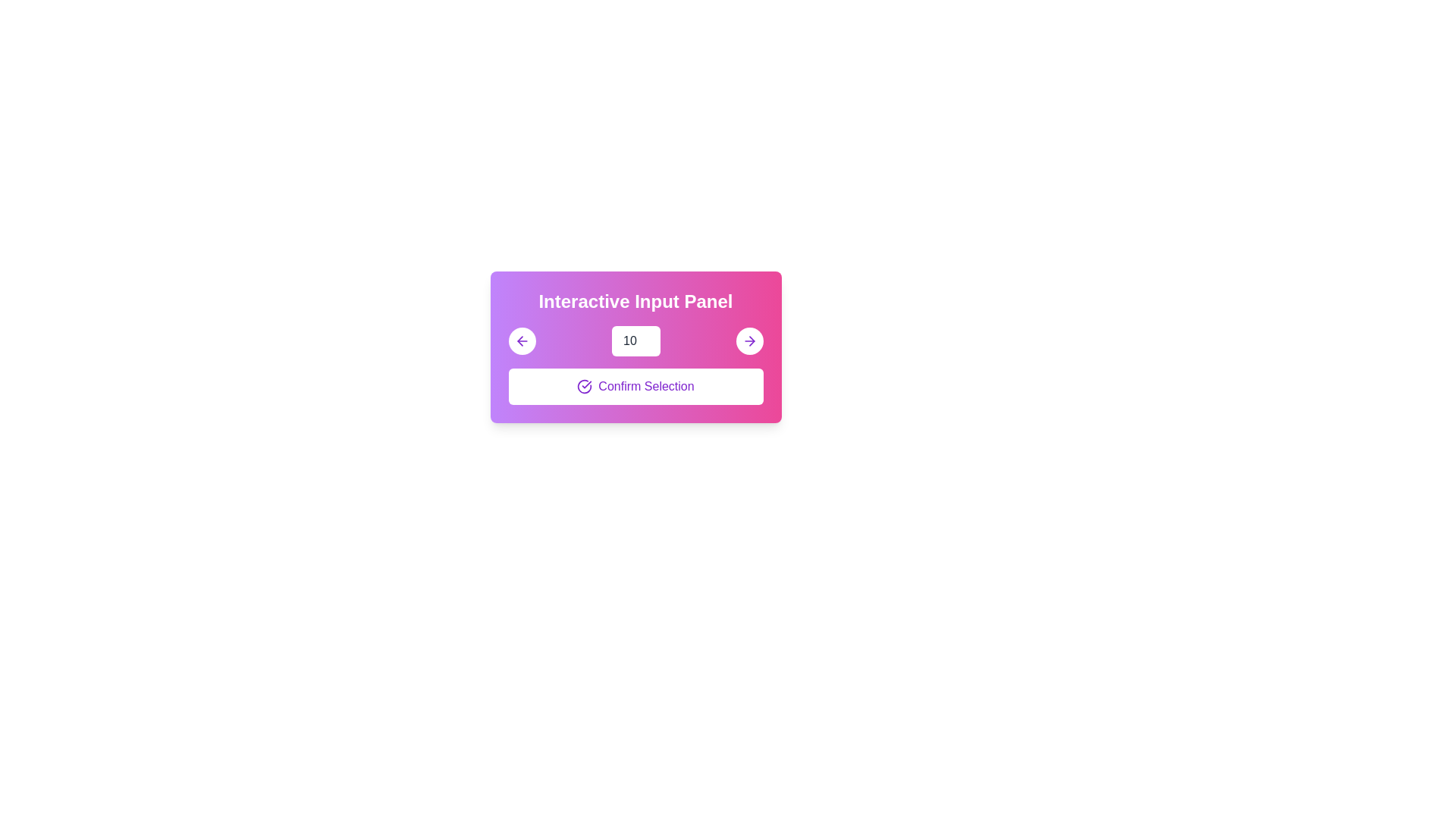  Describe the element at coordinates (519, 341) in the screenshot. I see `the left circular button containing the inner graphical icon that conveys backward functionality` at that location.